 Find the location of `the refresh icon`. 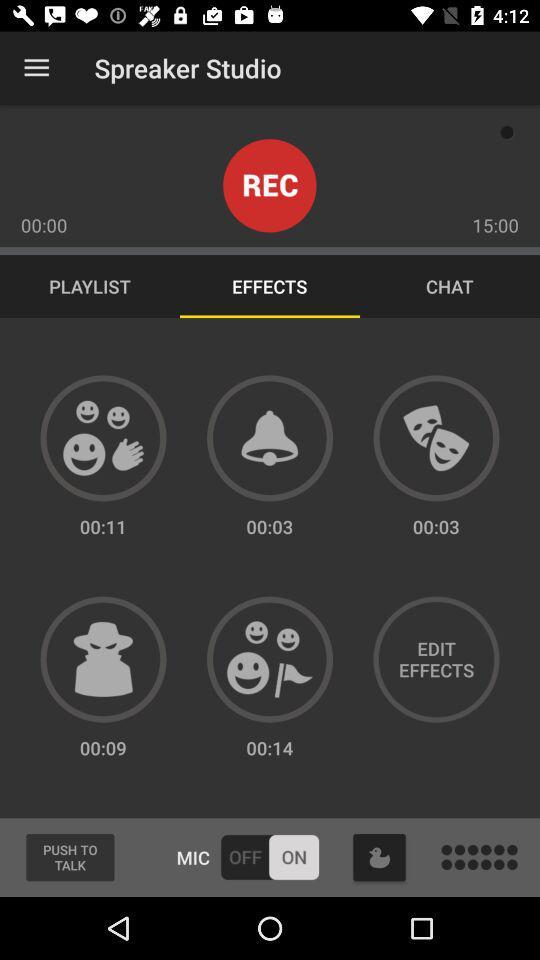

the refresh icon is located at coordinates (379, 856).